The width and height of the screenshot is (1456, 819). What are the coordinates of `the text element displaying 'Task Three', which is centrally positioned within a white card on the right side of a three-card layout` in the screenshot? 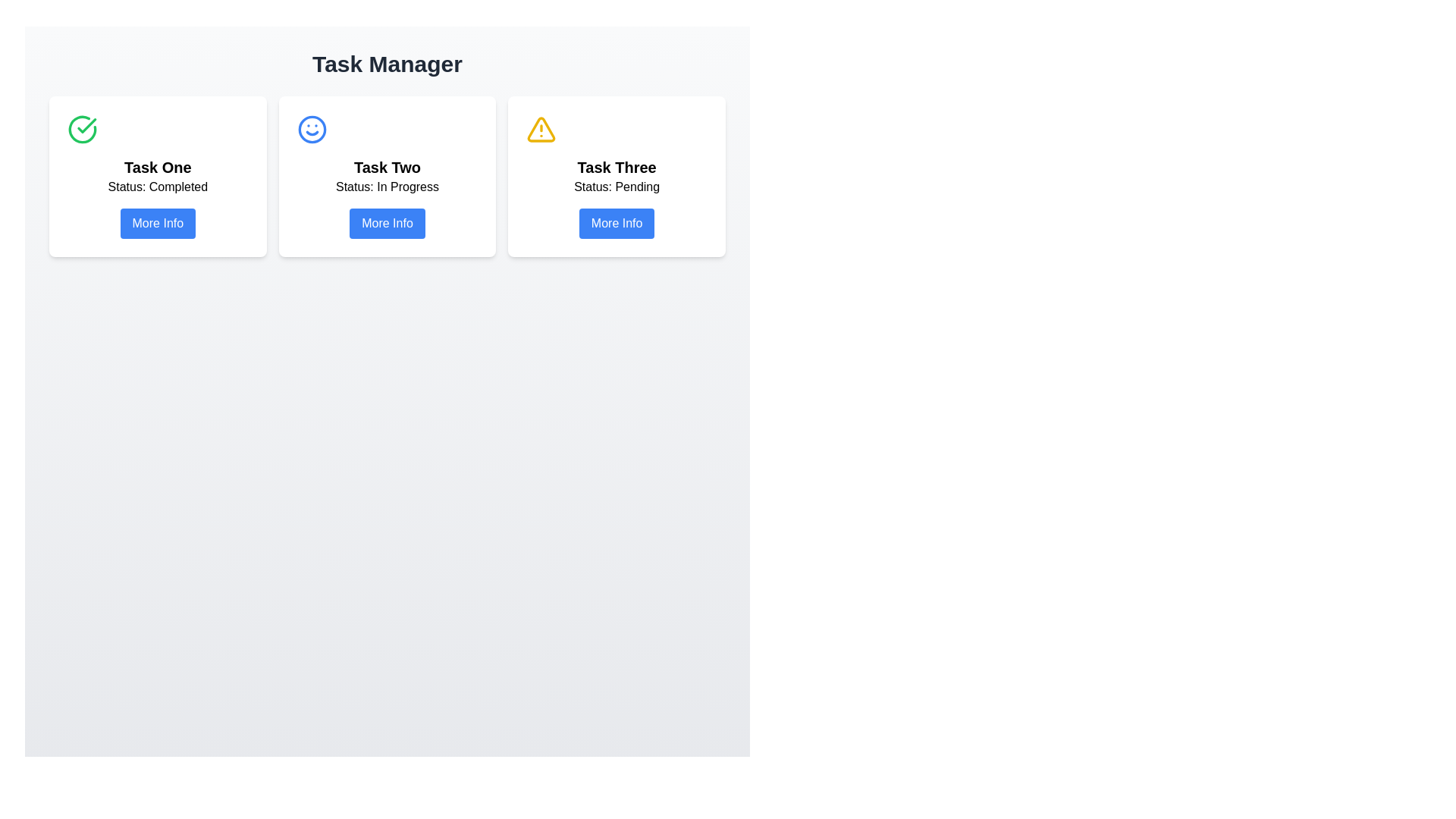 It's located at (617, 167).